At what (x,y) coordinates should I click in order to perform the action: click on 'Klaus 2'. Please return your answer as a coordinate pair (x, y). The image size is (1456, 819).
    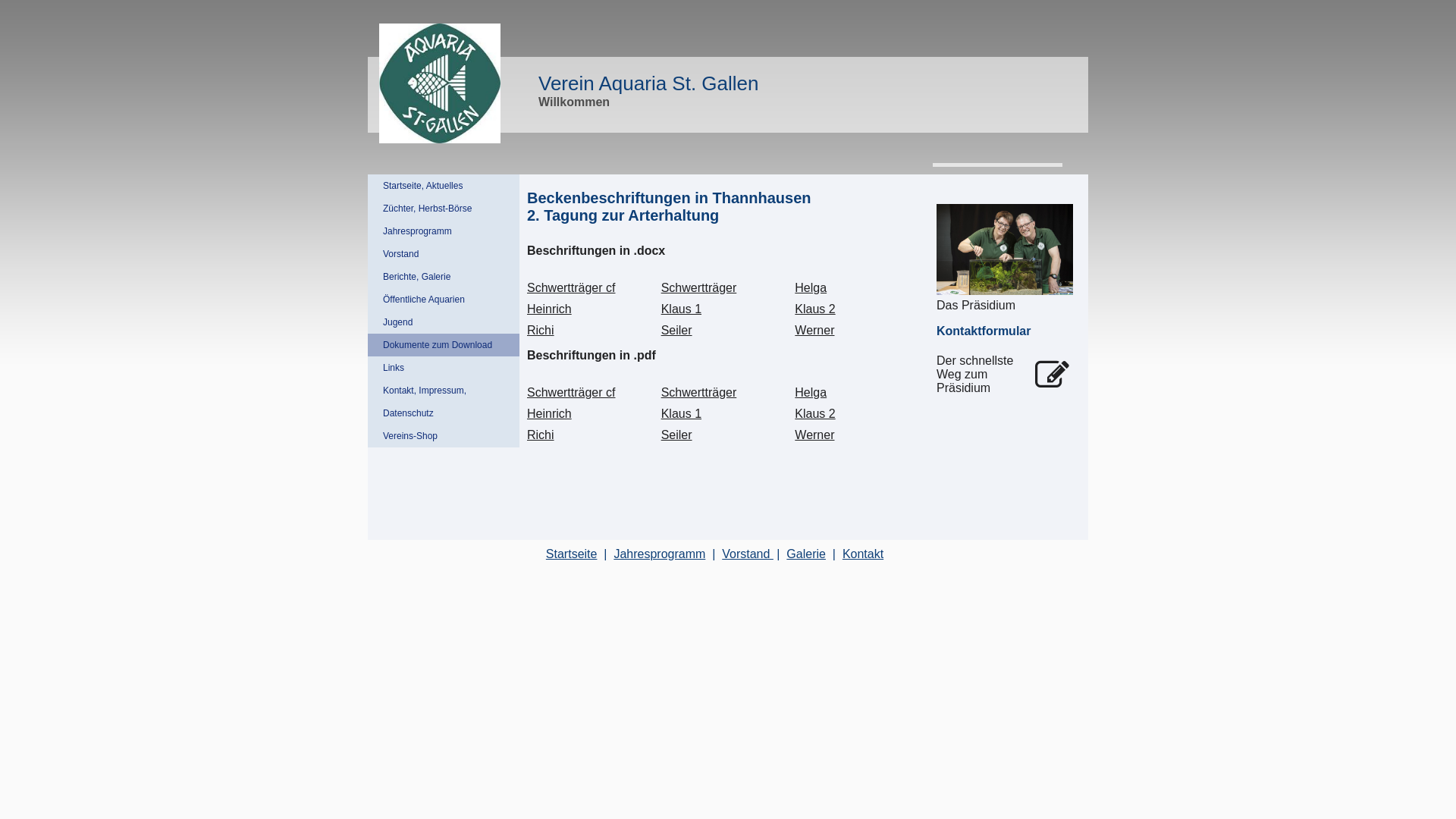
    Looking at the image, I should click on (814, 308).